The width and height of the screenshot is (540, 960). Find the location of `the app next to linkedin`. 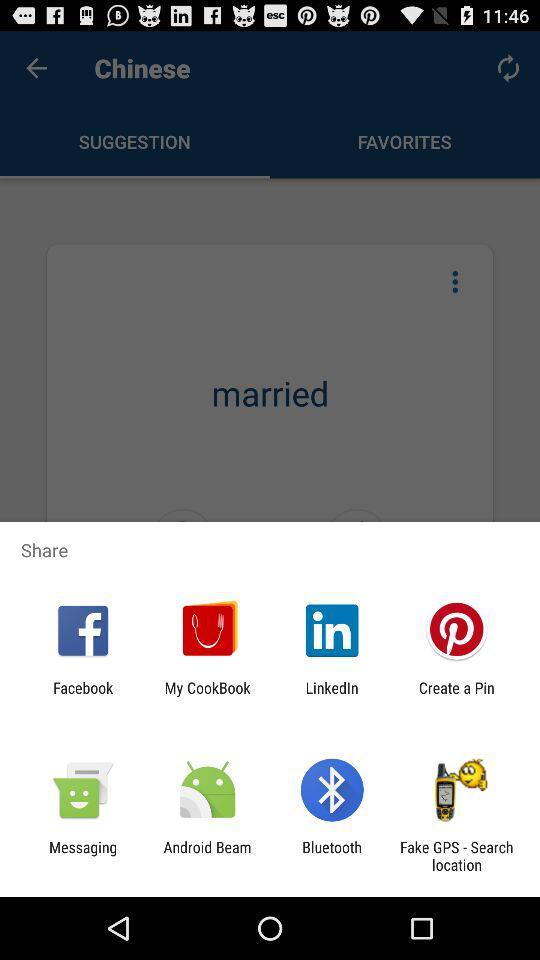

the app next to linkedin is located at coordinates (456, 696).